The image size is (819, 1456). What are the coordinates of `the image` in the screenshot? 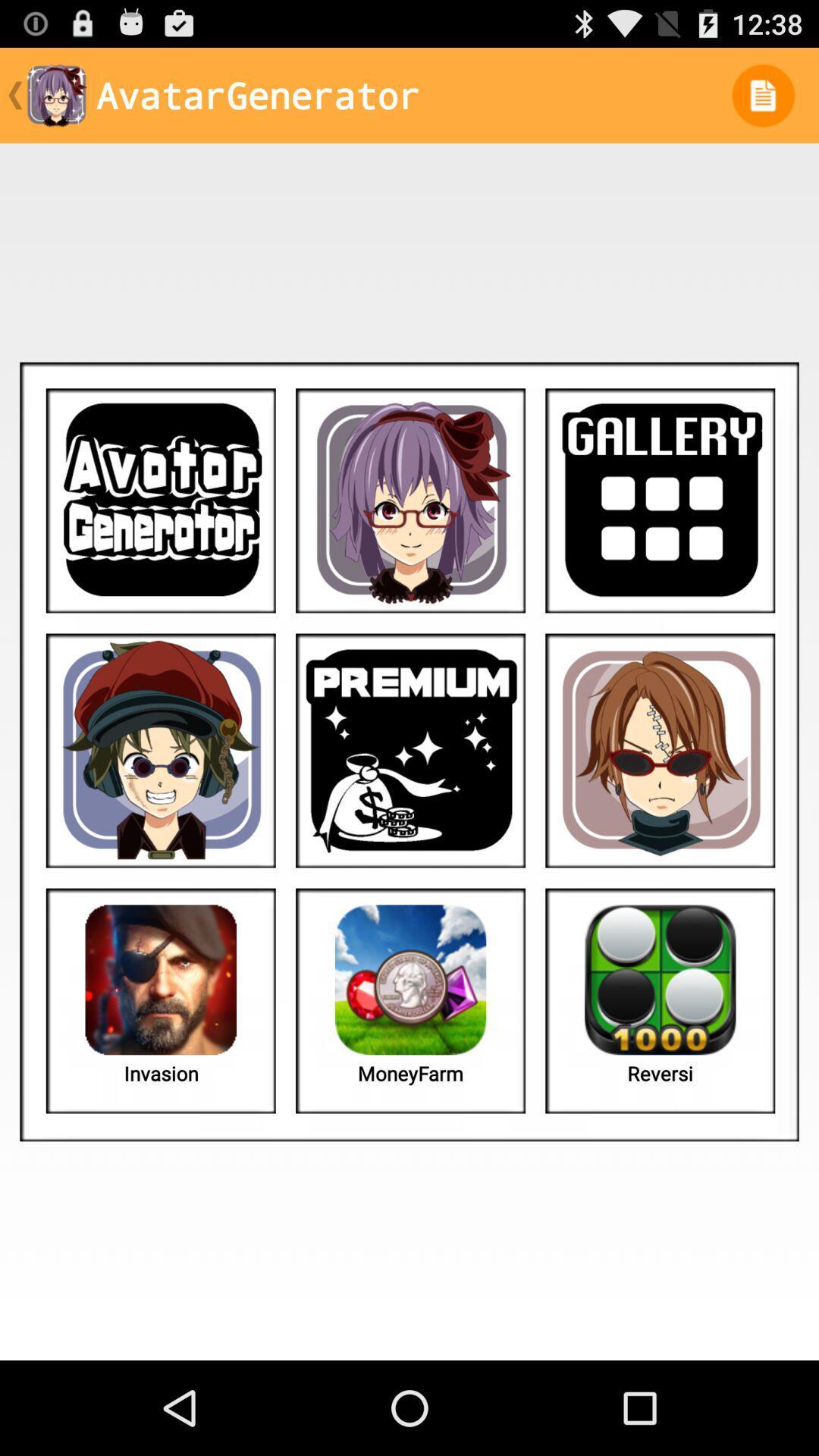 It's located at (410, 500).